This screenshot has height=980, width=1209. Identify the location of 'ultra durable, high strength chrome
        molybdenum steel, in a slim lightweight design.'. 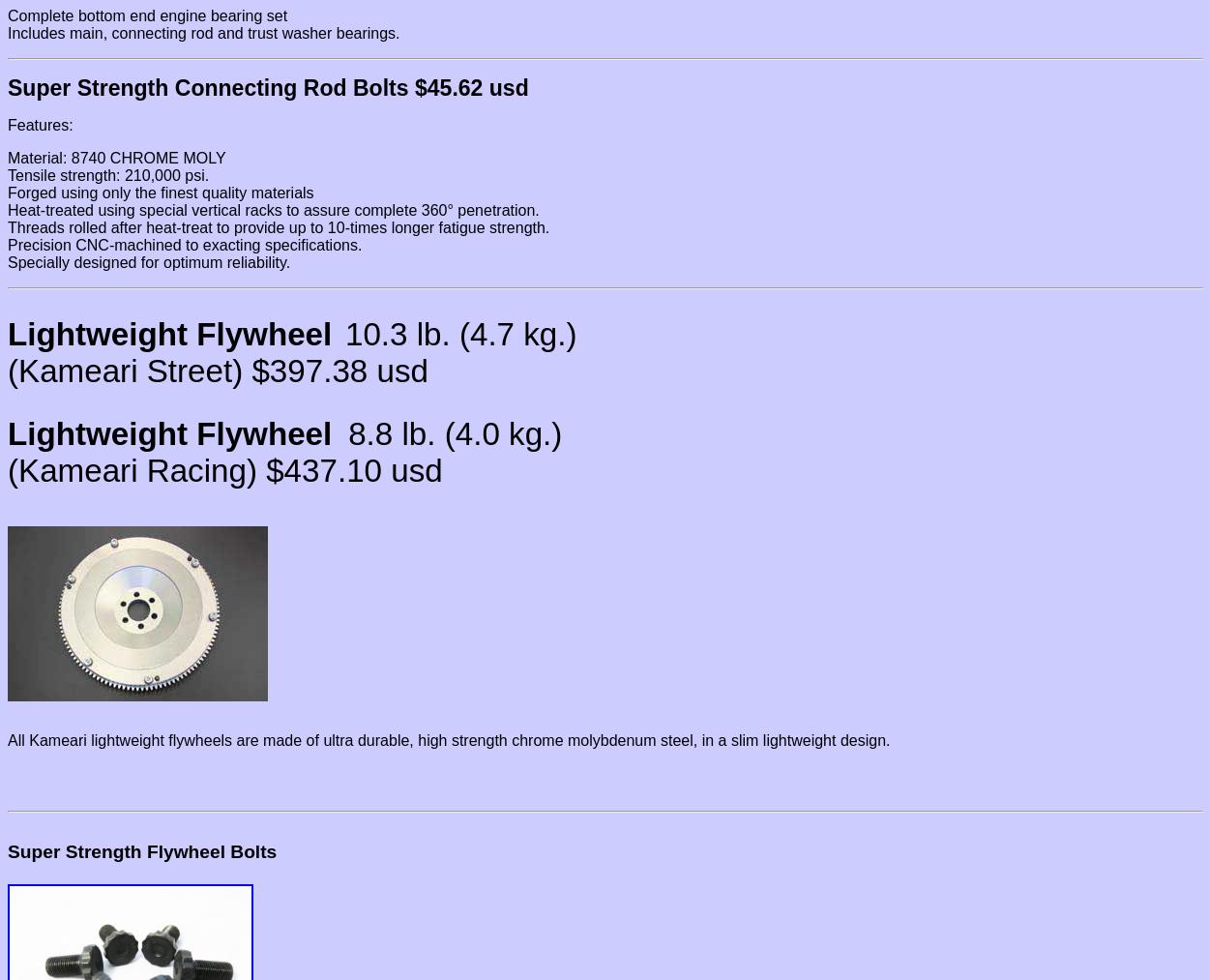
(606, 740).